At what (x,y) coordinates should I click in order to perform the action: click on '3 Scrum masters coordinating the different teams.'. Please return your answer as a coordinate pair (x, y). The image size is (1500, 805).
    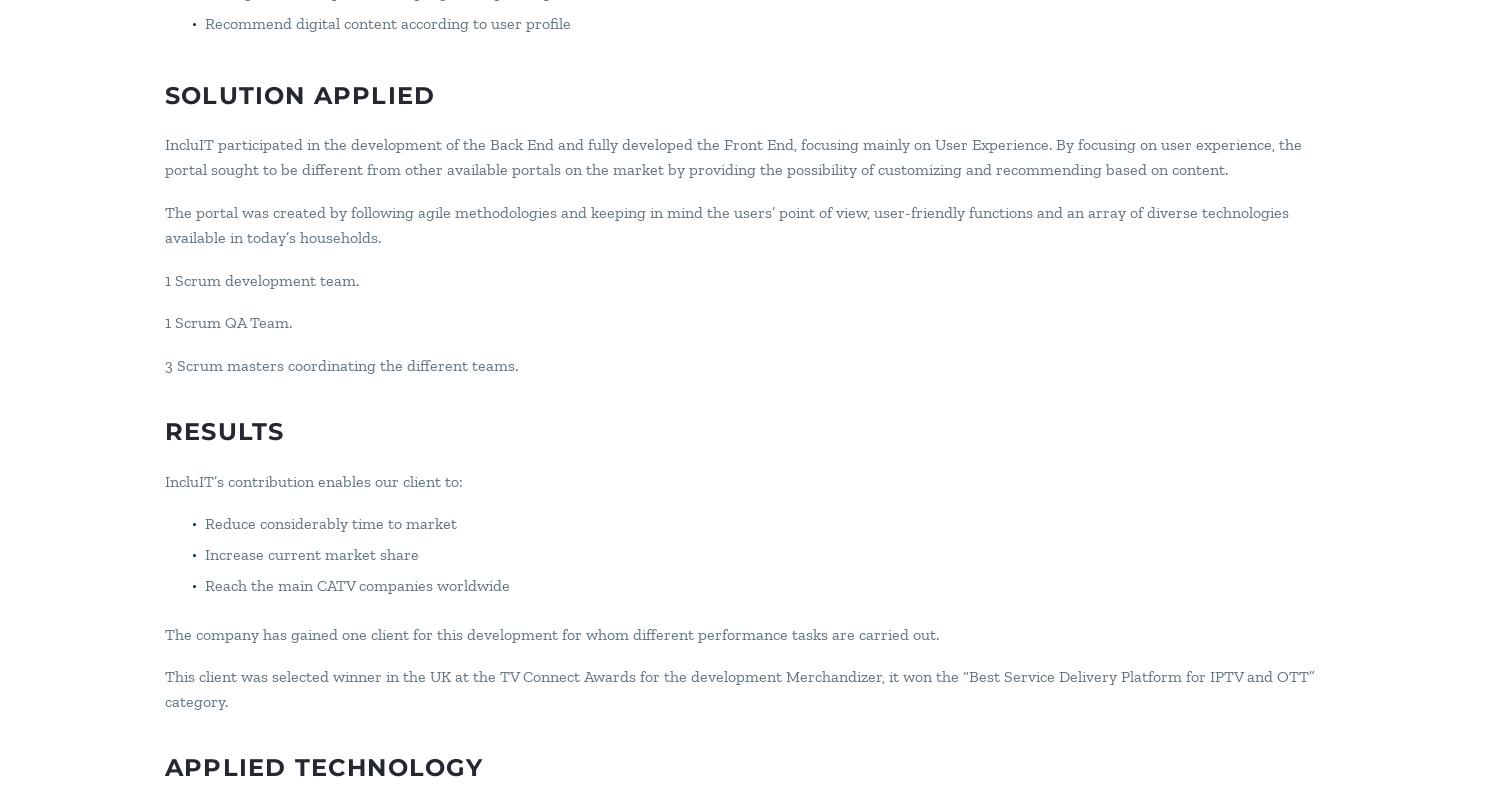
    Looking at the image, I should click on (340, 364).